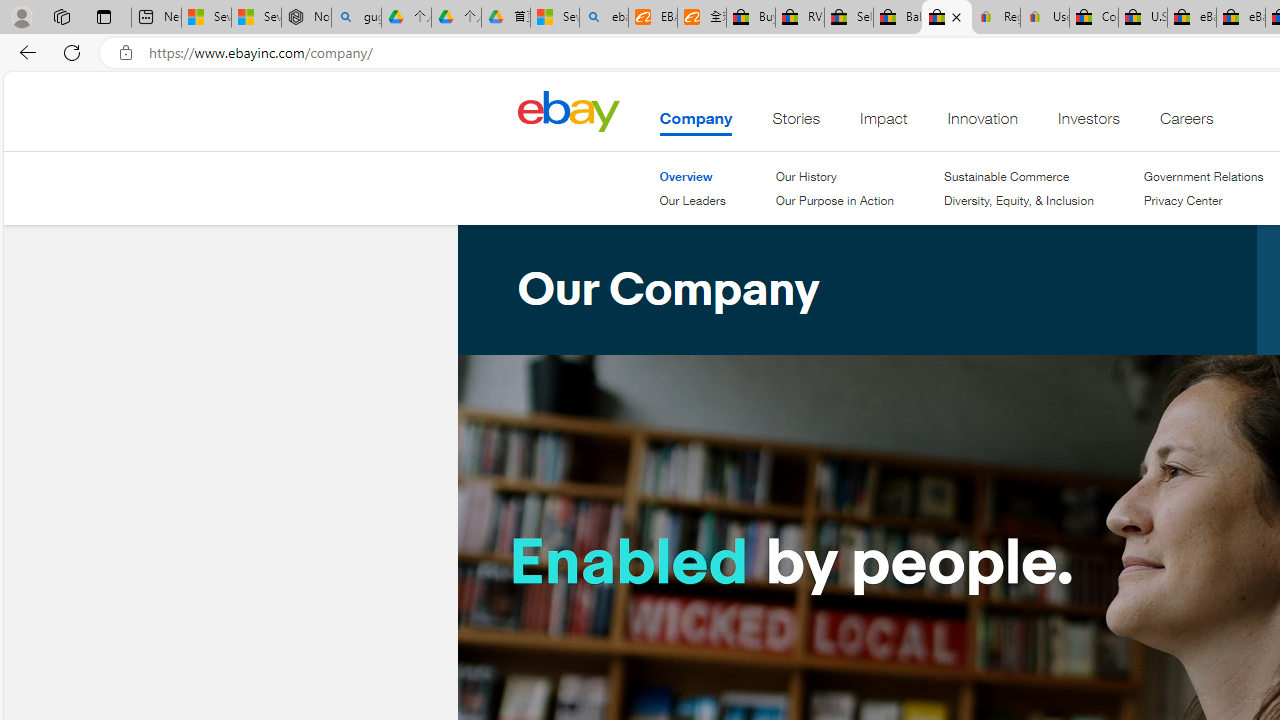  What do you see at coordinates (896, 17) in the screenshot?
I see `'Baby Keepsakes & Announcements for sale | eBay'` at bounding box center [896, 17].